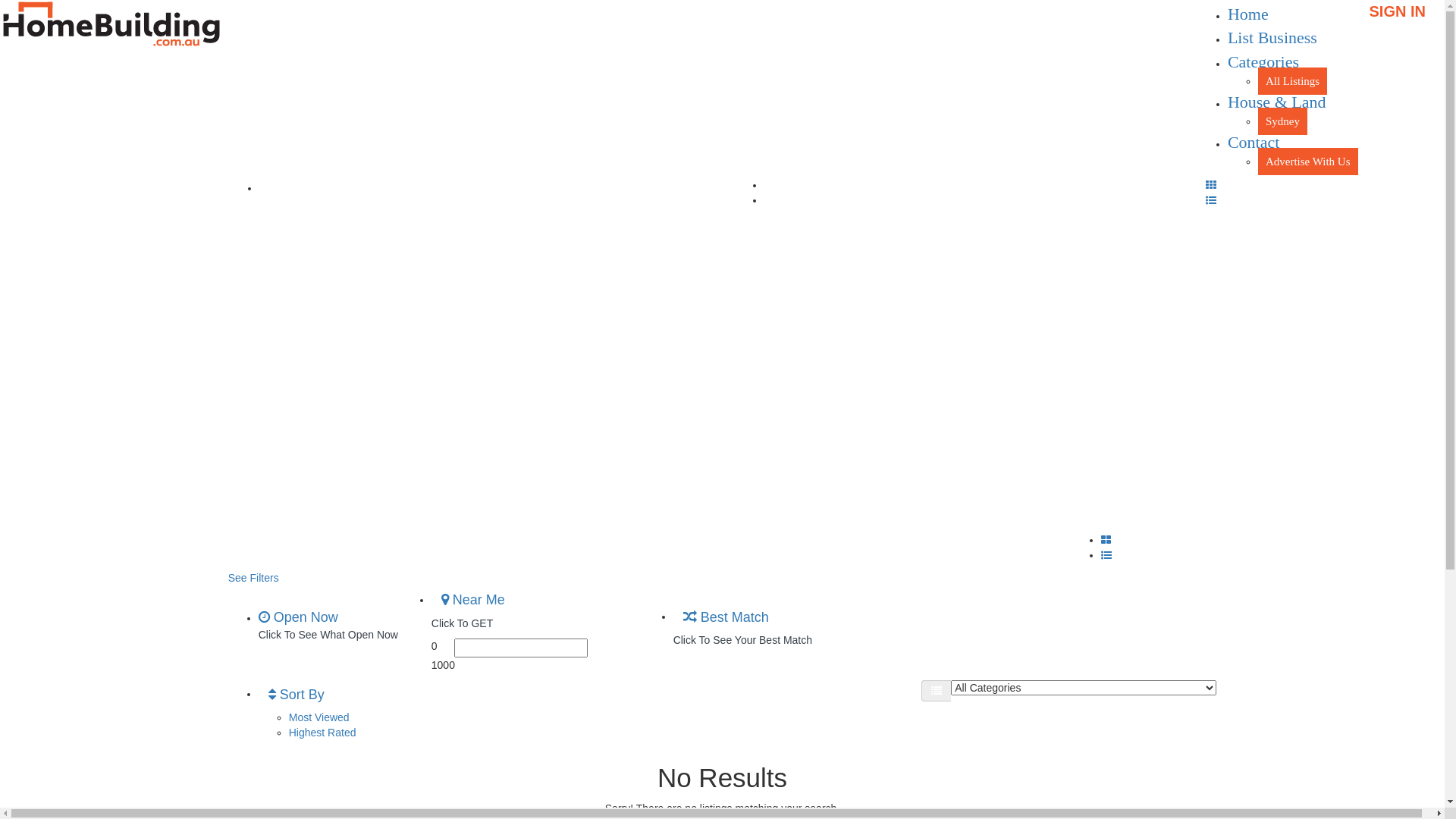 The image size is (1456, 819). What do you see at coordinates (1227, 142) in the screenshot?
I see `'Contact'` at bounding box center [1227, 142].